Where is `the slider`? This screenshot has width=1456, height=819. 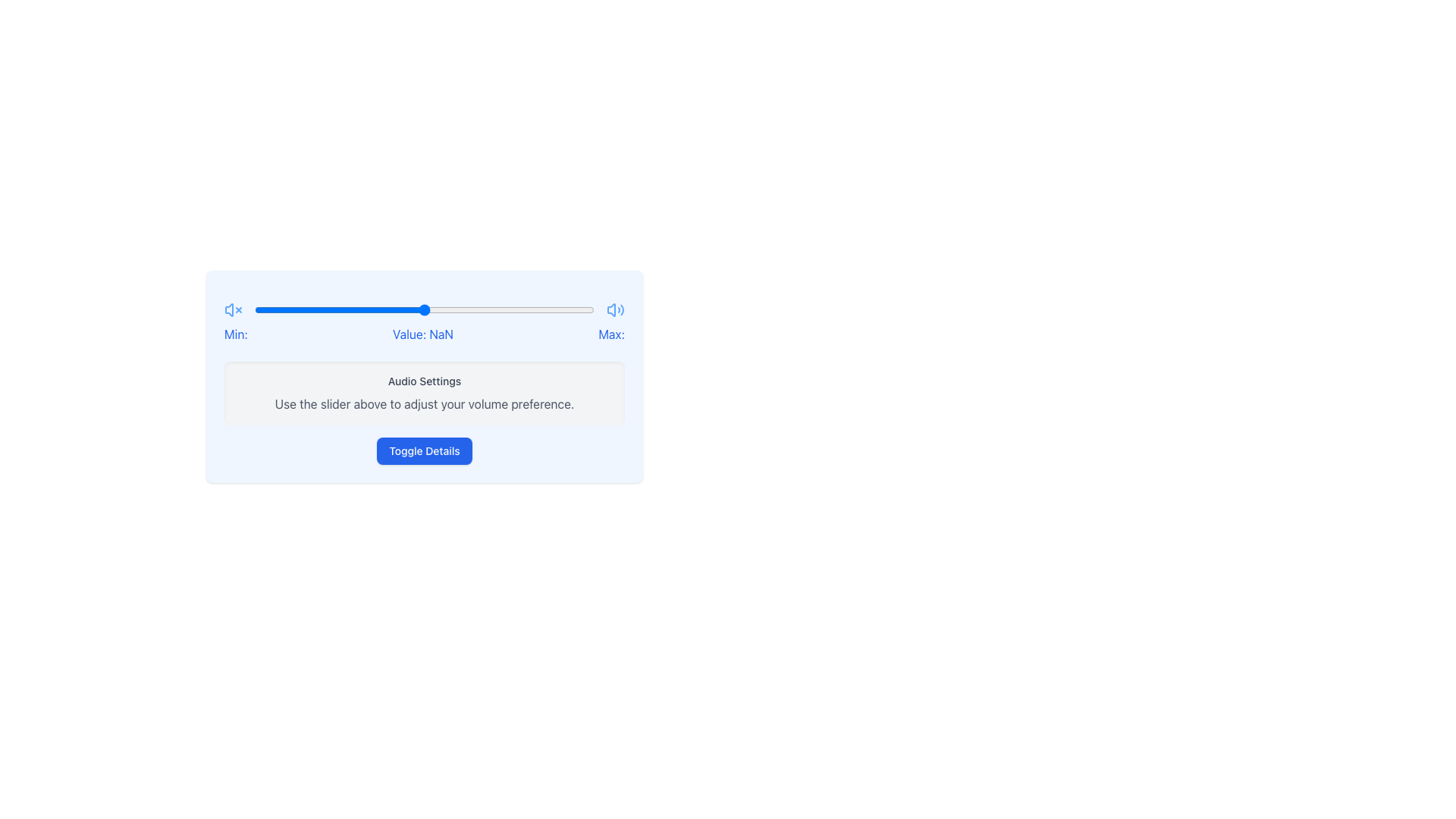
the slider is located at coordinates (556, 309).